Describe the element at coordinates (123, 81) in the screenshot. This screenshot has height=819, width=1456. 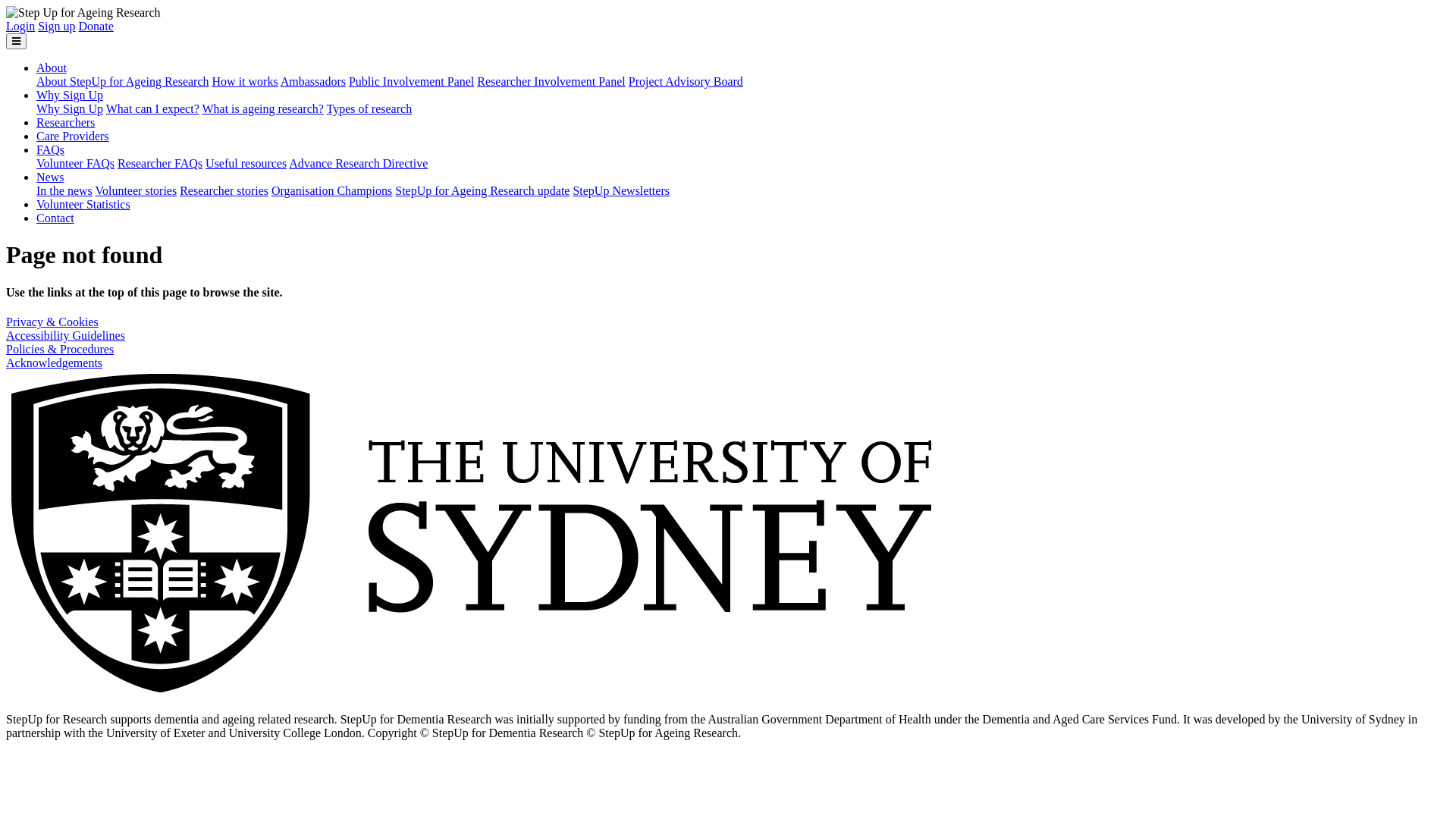
I see `'About StepUp for Ageing Research'` at that location.